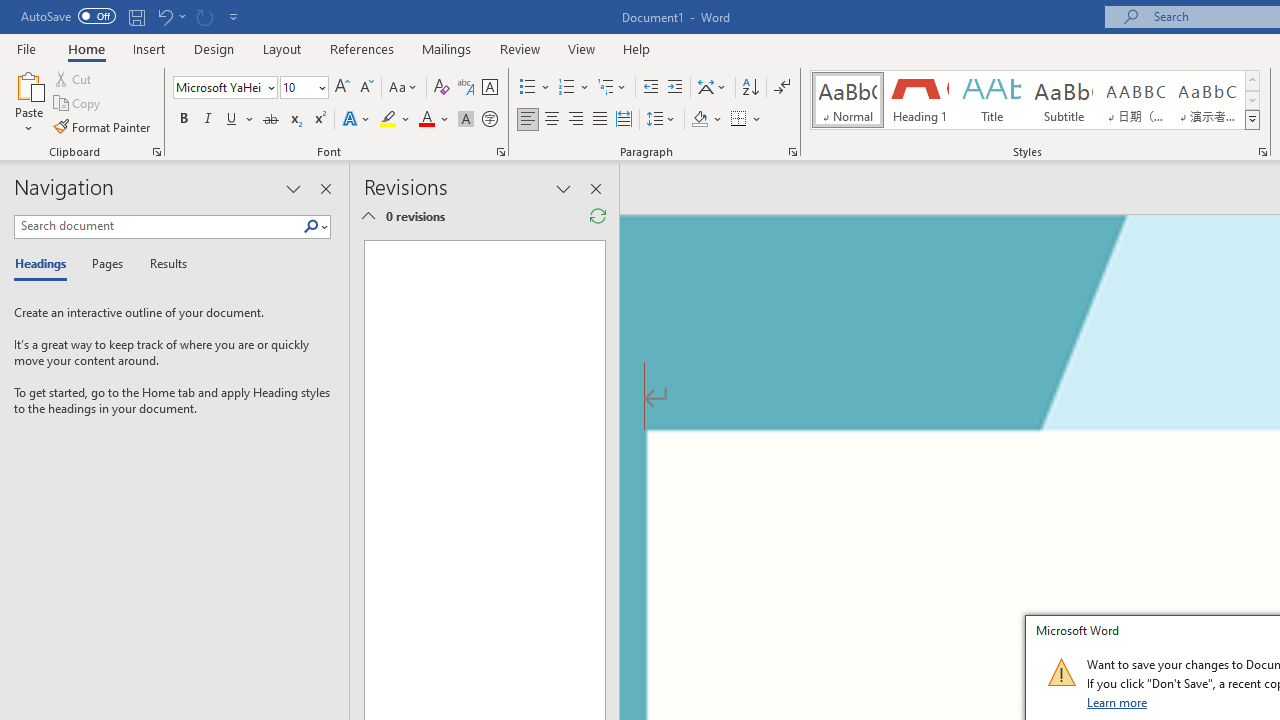 The image size is (1280, 720). I want to click on 'System', so click(10, 11).